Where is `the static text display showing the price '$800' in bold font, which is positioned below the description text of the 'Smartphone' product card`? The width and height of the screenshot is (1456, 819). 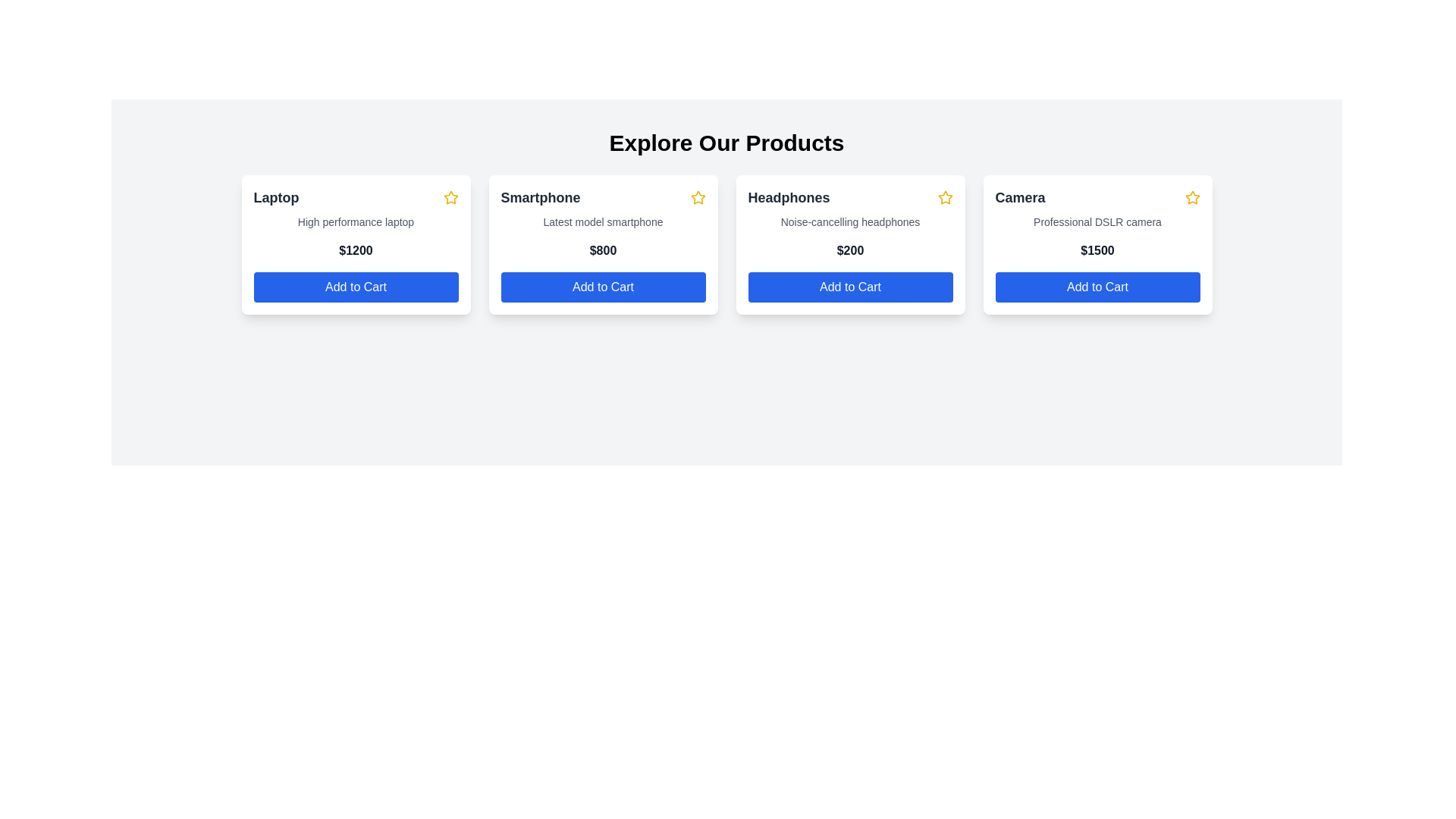
the static text display showing the price '$800' in bold font, which is positioned below the description text of the 'Smartphone' product card is located at coordinates (602, 250).